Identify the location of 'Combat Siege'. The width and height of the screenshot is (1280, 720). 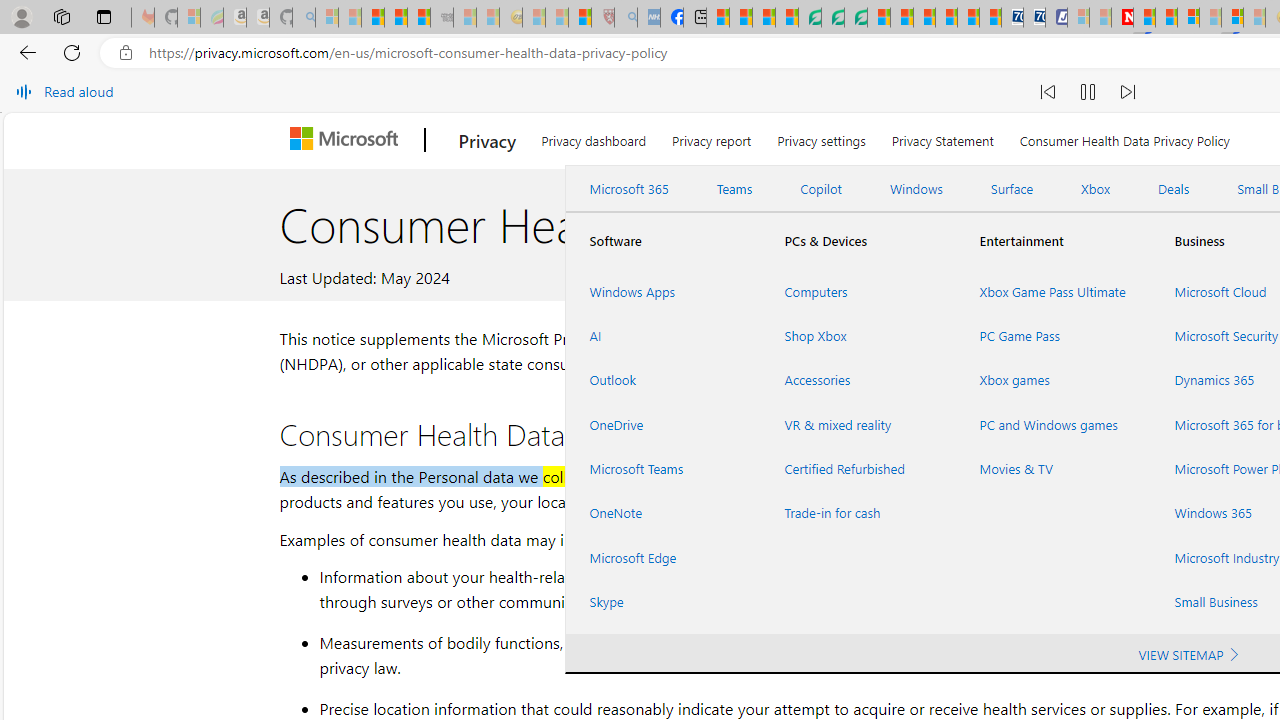
(441, 17).